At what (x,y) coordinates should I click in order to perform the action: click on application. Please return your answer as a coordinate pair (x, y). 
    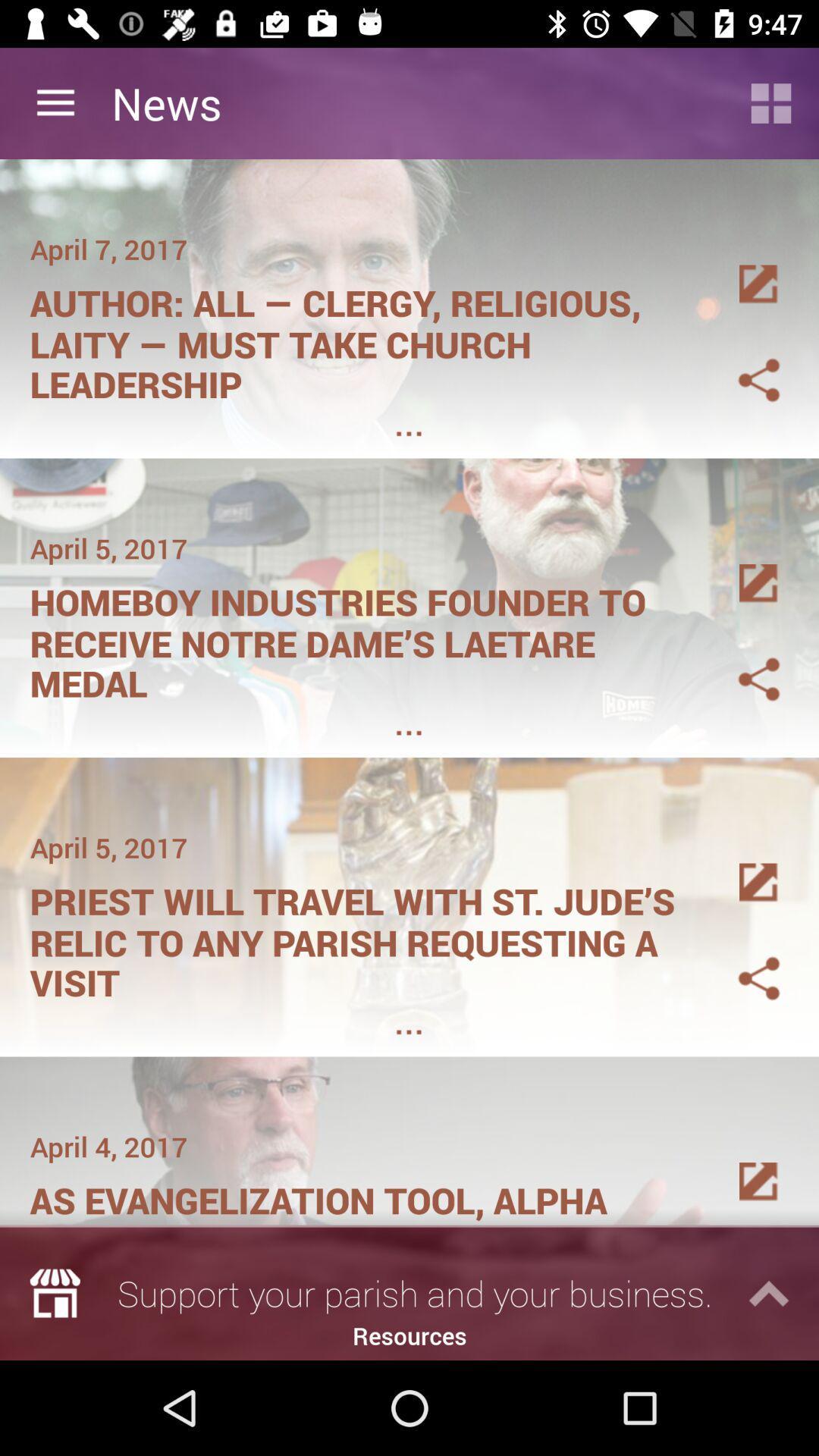
    Looking at the image, I should click on (771, 102).